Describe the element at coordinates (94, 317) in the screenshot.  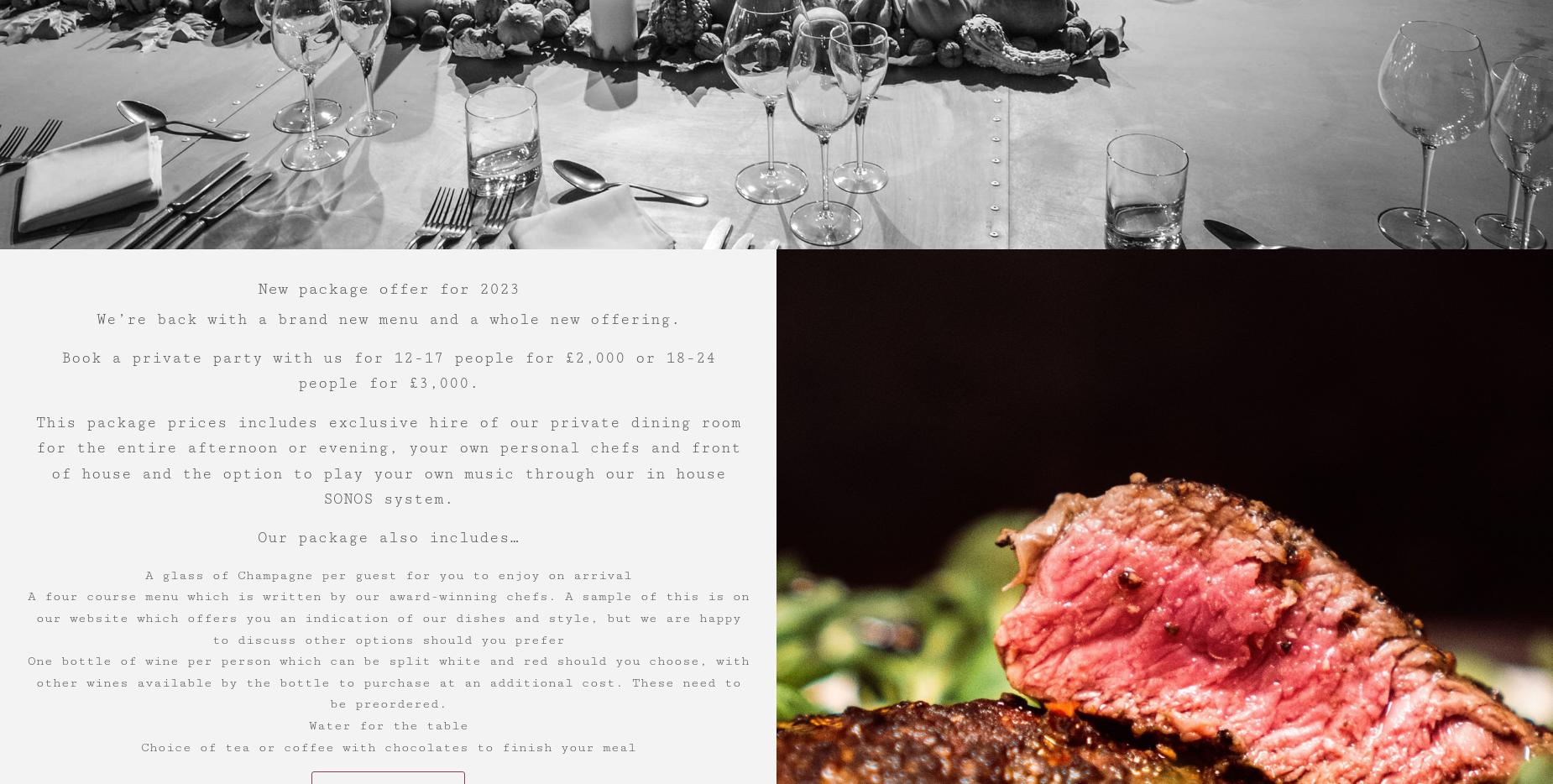
I see `'We’re back with a brand new menu and a whole new offering.'` at that location.